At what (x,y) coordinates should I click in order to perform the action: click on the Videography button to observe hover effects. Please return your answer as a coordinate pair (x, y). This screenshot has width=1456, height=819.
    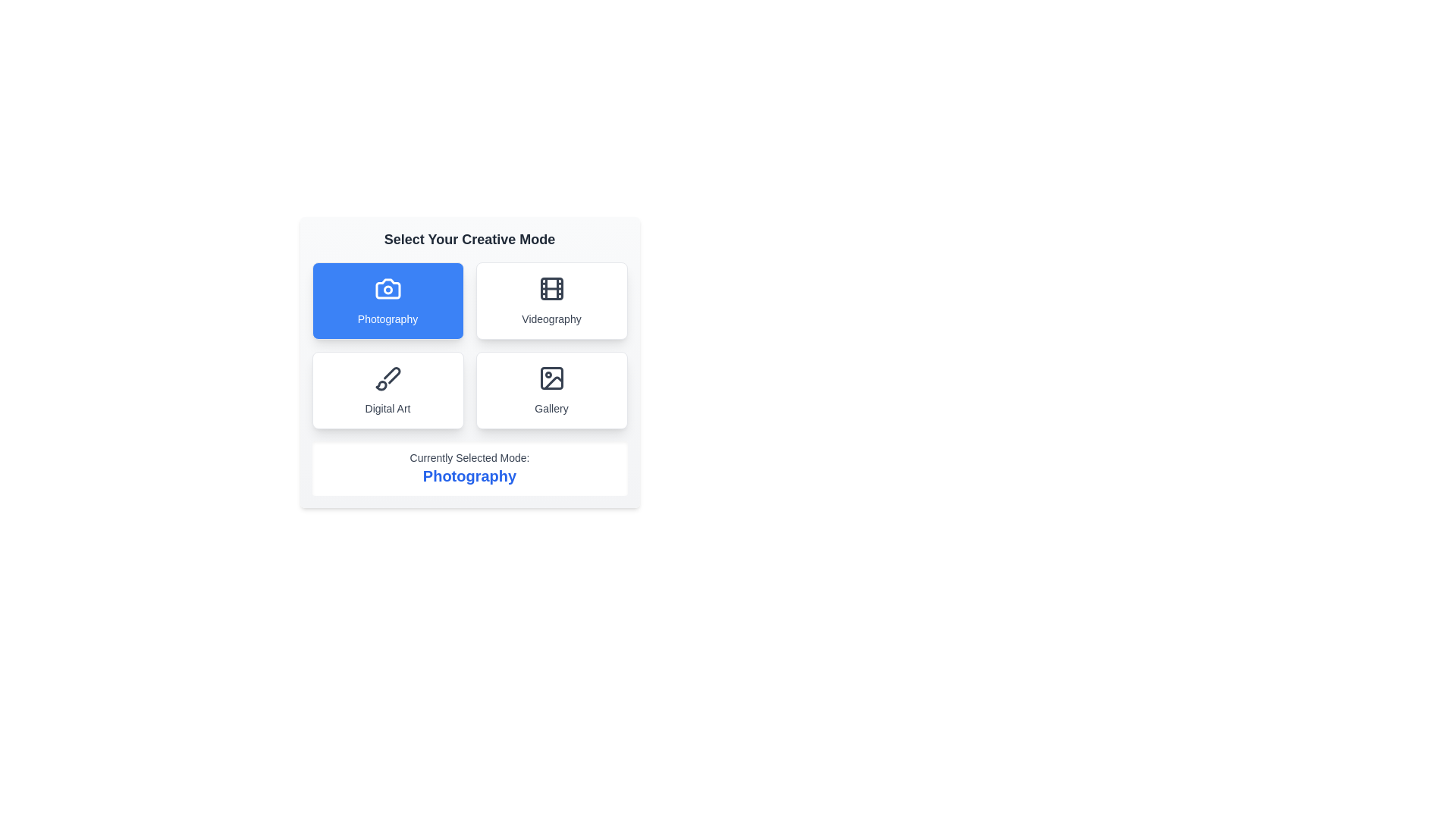
    Looking at the image, I should click on (551, 301).